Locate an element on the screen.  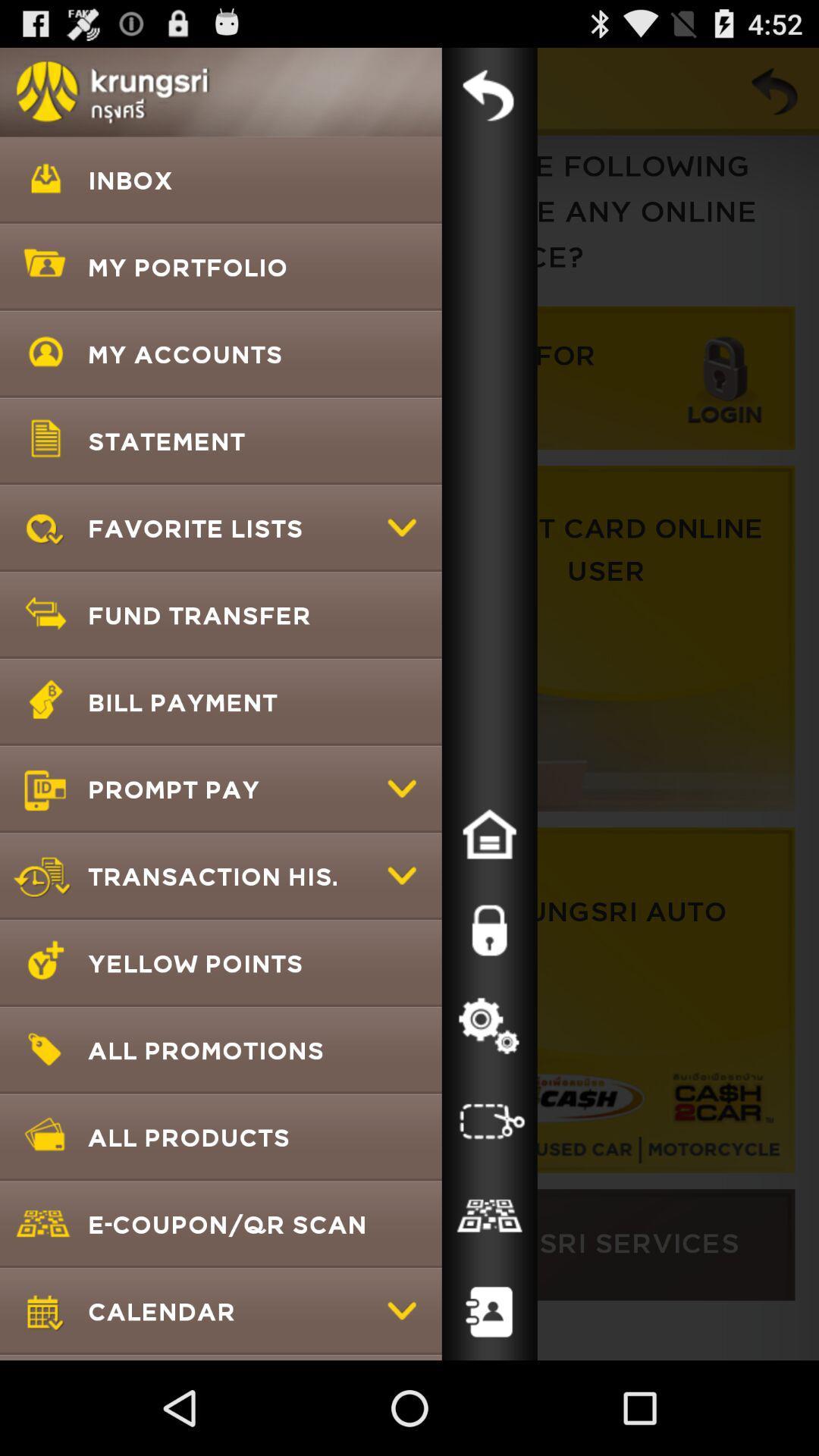
home page is located at coordinates (489, 833).